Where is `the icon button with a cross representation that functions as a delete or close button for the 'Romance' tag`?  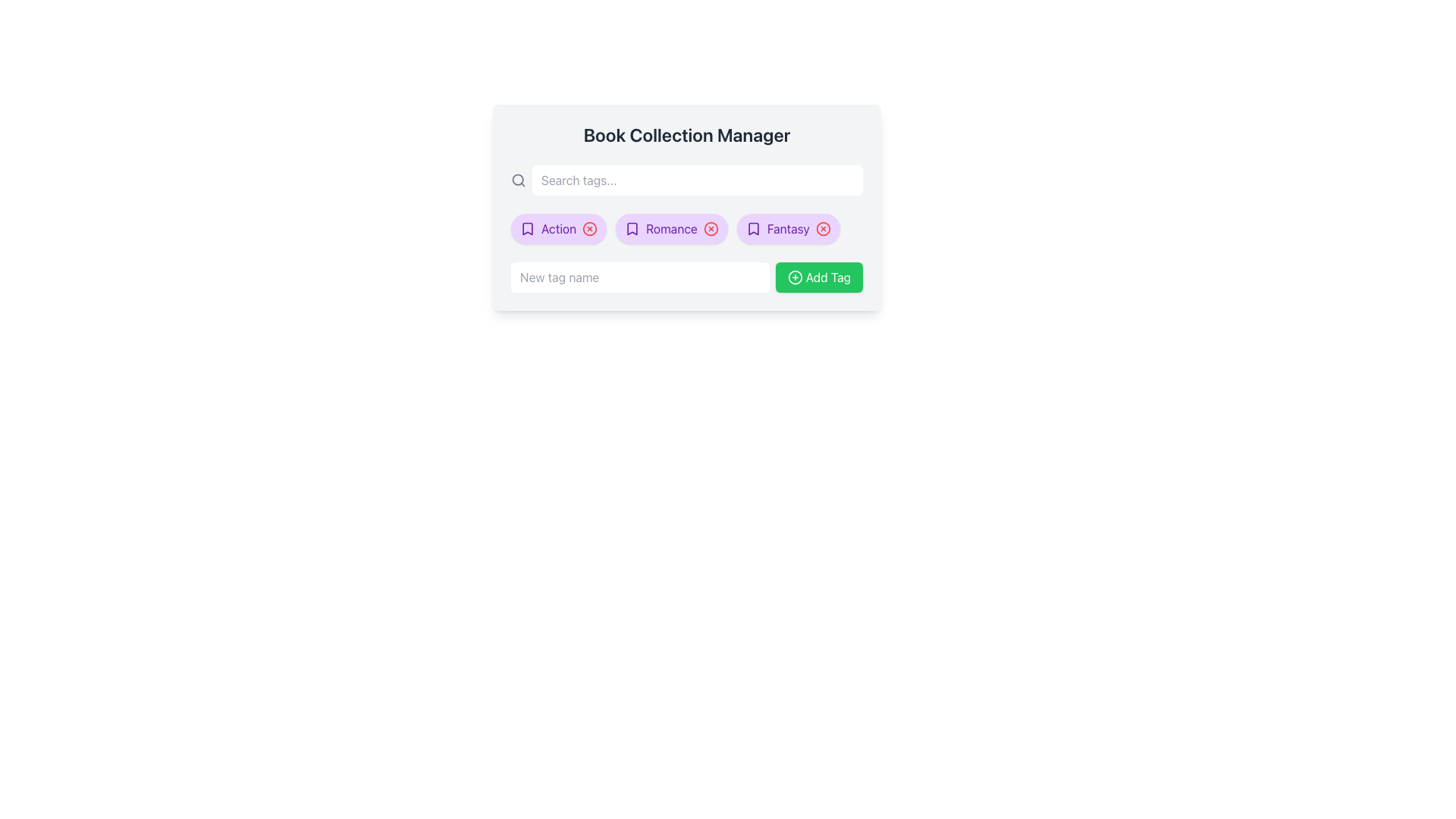
the icon button with a cross representation that functions as a delete or close button for the 'Romance' tag is located at coordinates (710, 228).